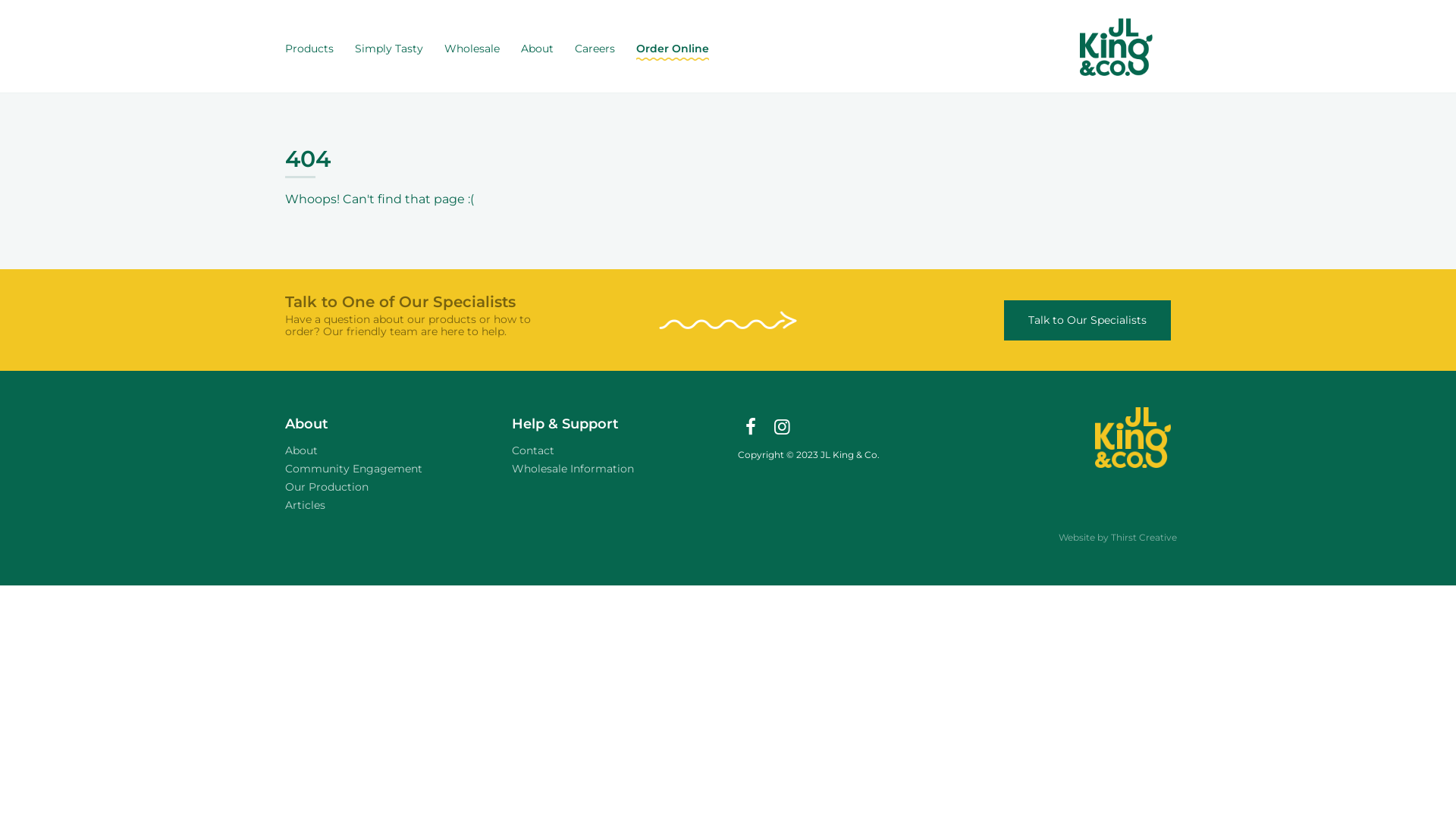 This screenshot has width=1456, height=819. Describe the element at coordinates (304, 505) in the screenshot. I see `'Articles'` at that location.